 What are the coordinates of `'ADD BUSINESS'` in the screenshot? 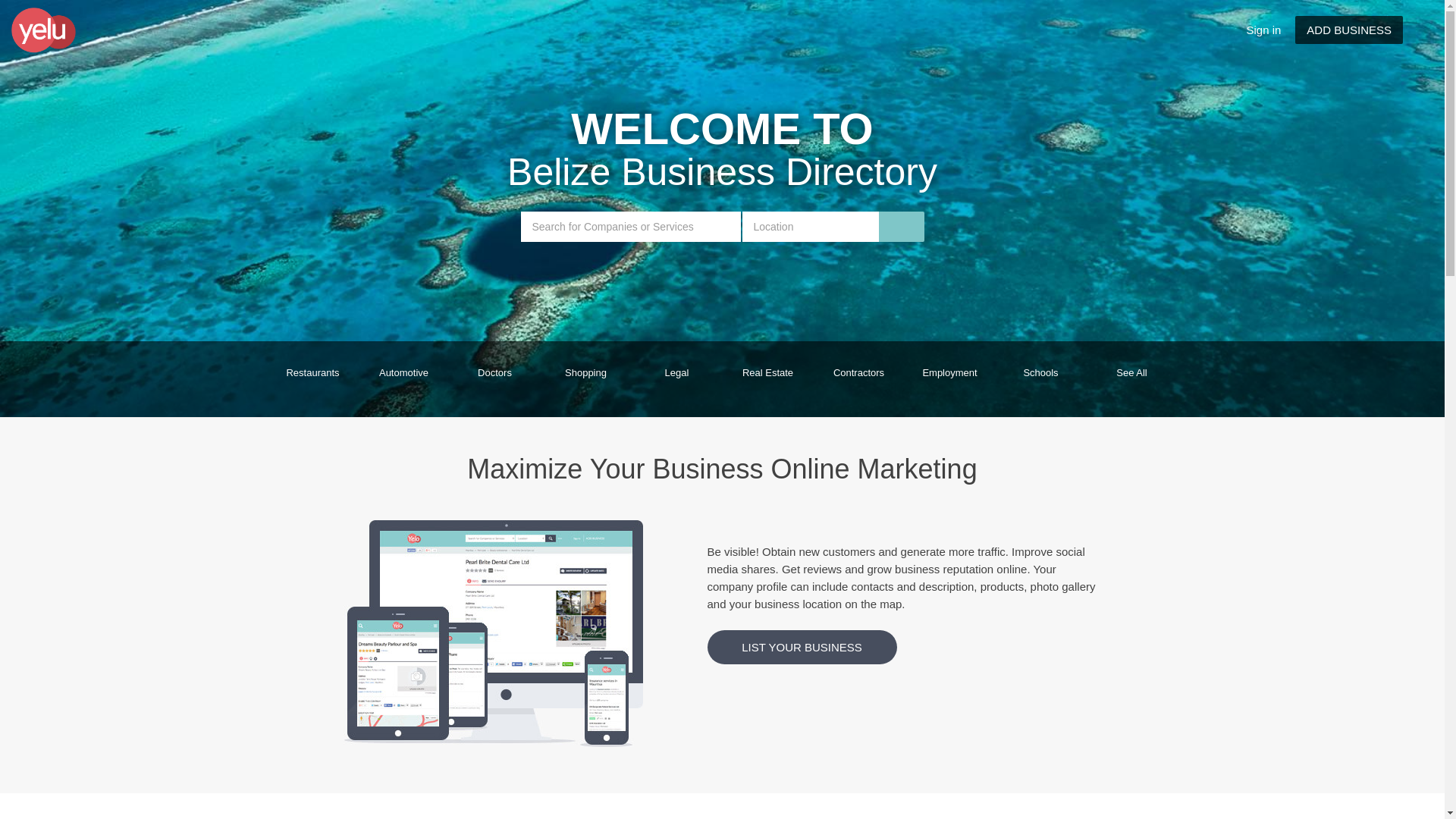 It's located at (1349, 30).